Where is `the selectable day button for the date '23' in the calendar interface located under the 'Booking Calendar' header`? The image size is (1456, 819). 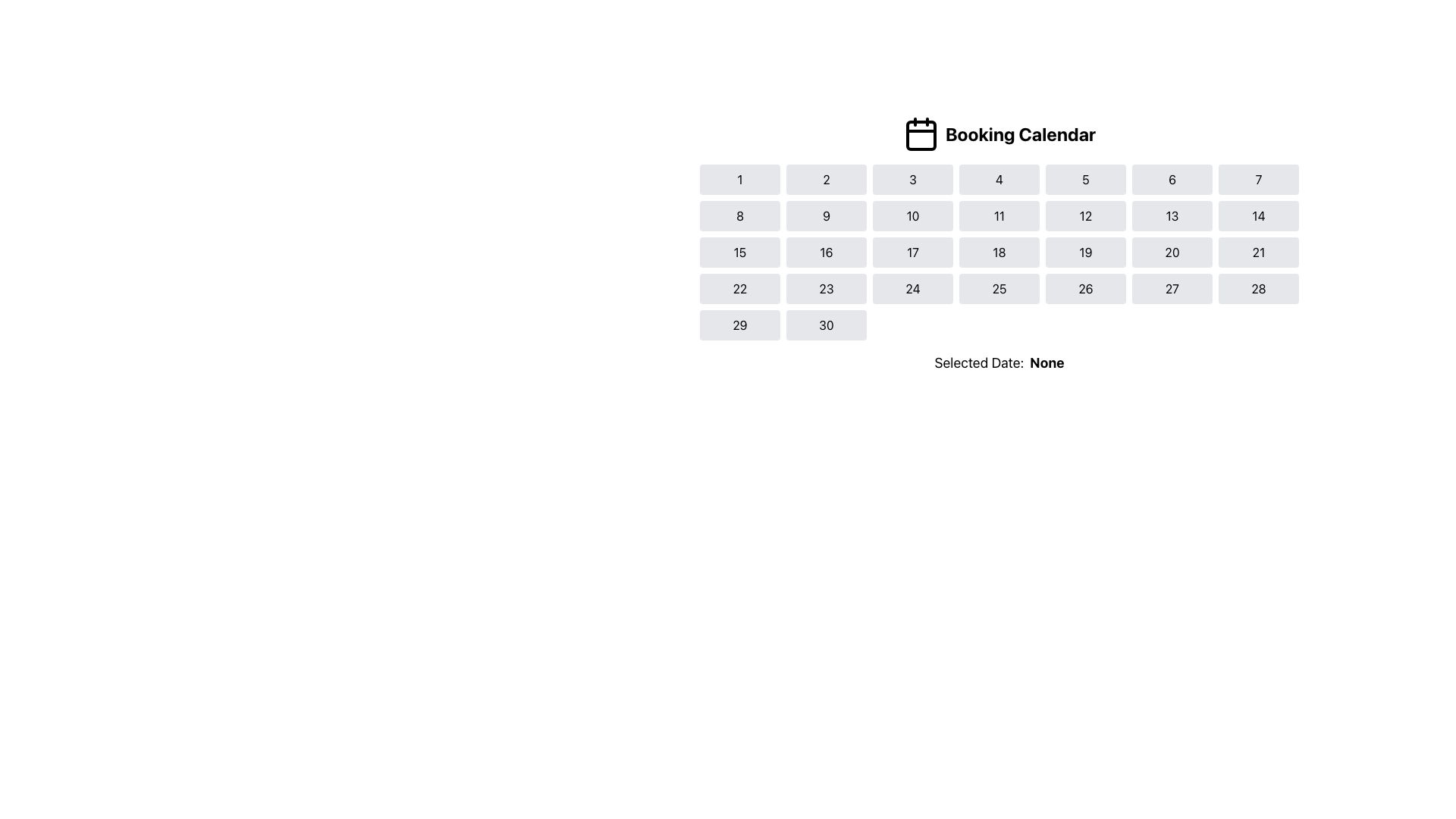
the selectable day button for the date '23' in the calendar interface located under the 'Booking Calendar' header is located at coordinates (825, 289).